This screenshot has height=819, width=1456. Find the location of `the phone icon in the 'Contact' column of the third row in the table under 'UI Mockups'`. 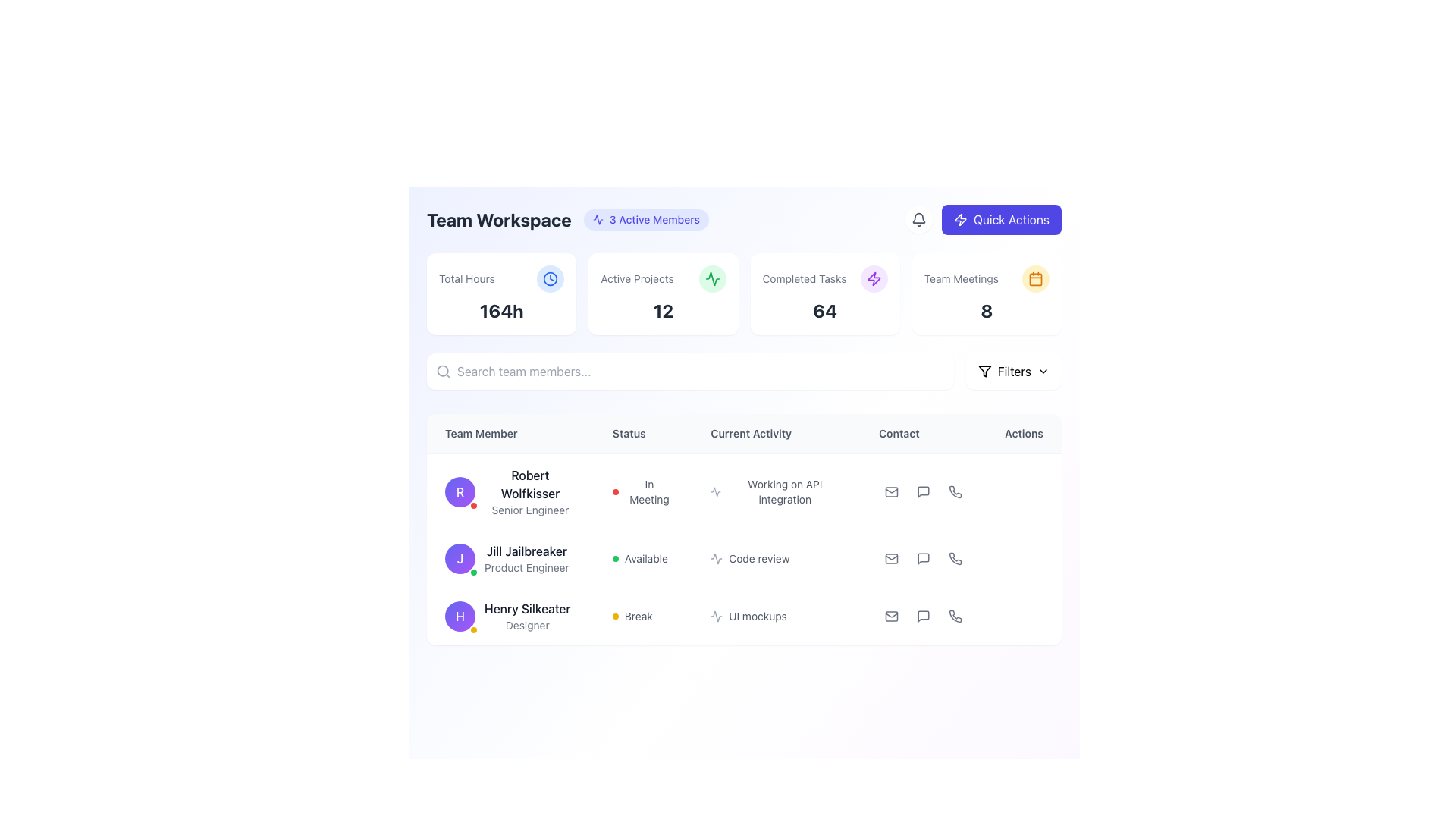

the phone icon in the 'Contact' column of the third row in the table under 'UI Mockups' is located at coordinates (954, 617).